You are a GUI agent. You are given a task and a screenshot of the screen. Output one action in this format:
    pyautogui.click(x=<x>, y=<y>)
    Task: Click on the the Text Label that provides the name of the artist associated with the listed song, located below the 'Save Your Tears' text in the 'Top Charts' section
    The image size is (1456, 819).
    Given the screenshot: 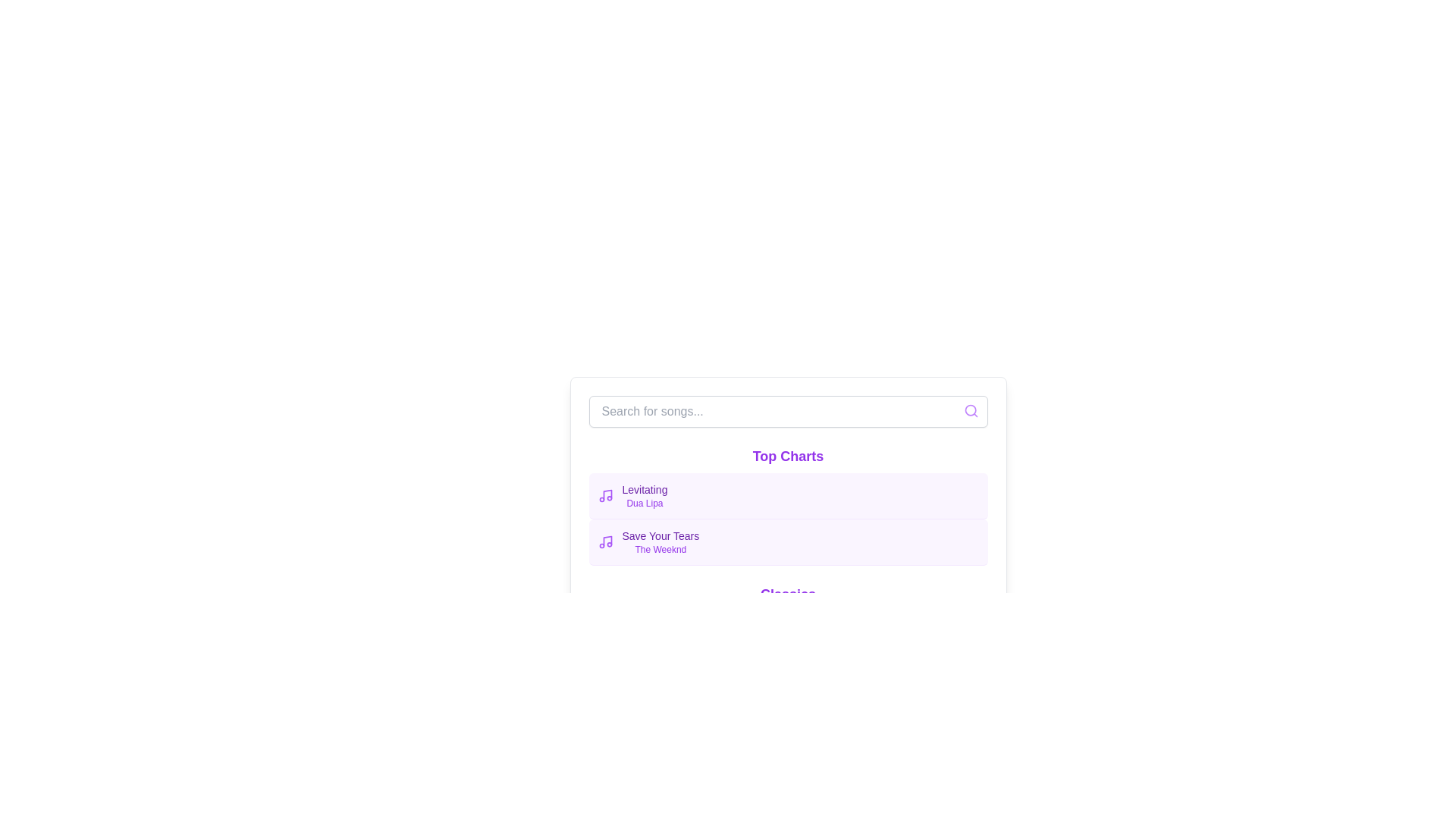 What is the action you would take?
    pyautogui.click(x=661, y=550)
    